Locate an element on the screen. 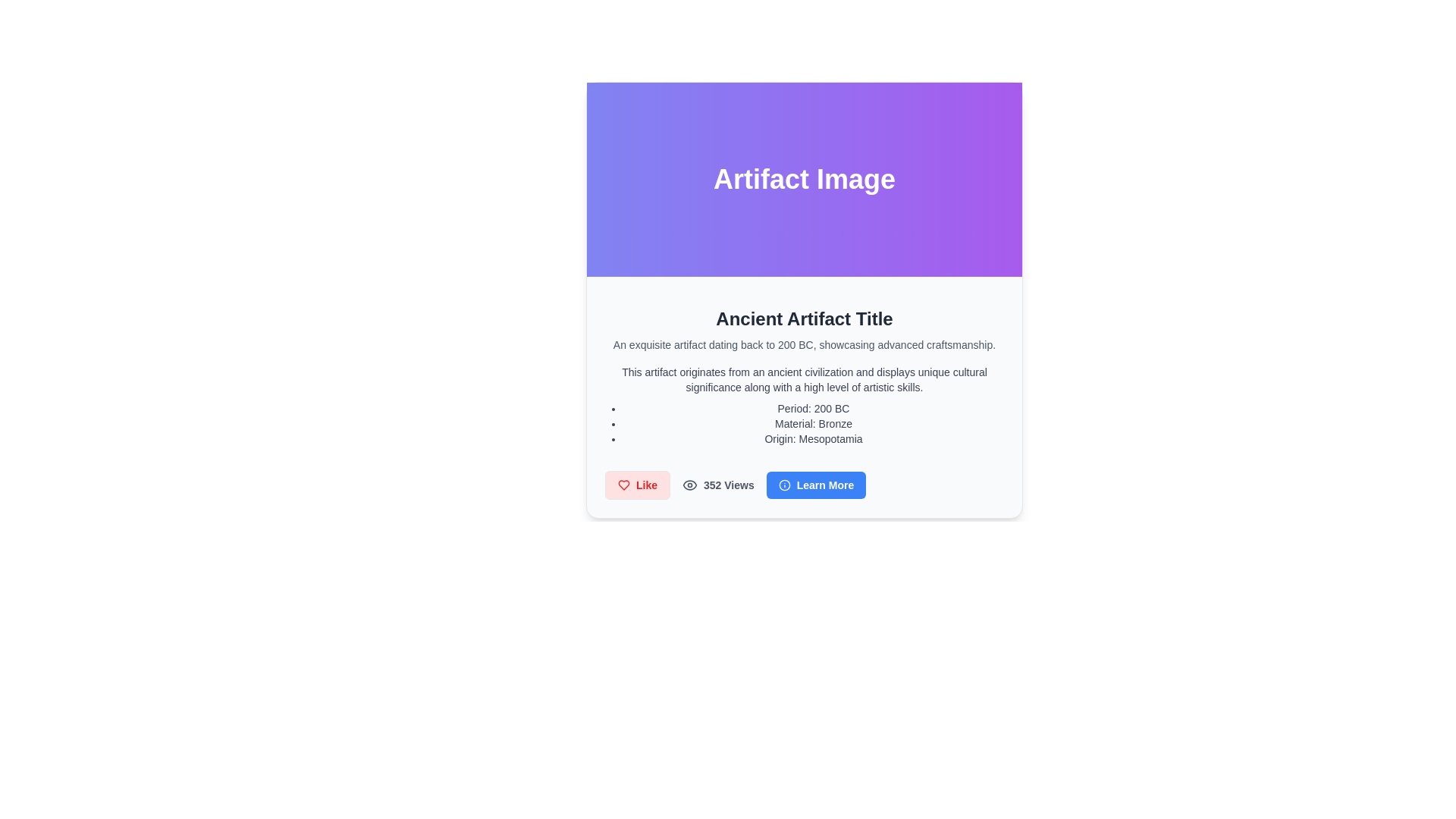 The height and width of the screenshot is (819, 1456). the 'like' SVG icon, which is a heart shape located adjacent to the text 'Like' at the bottom left section of the interface is located at coordinates (623, 485).